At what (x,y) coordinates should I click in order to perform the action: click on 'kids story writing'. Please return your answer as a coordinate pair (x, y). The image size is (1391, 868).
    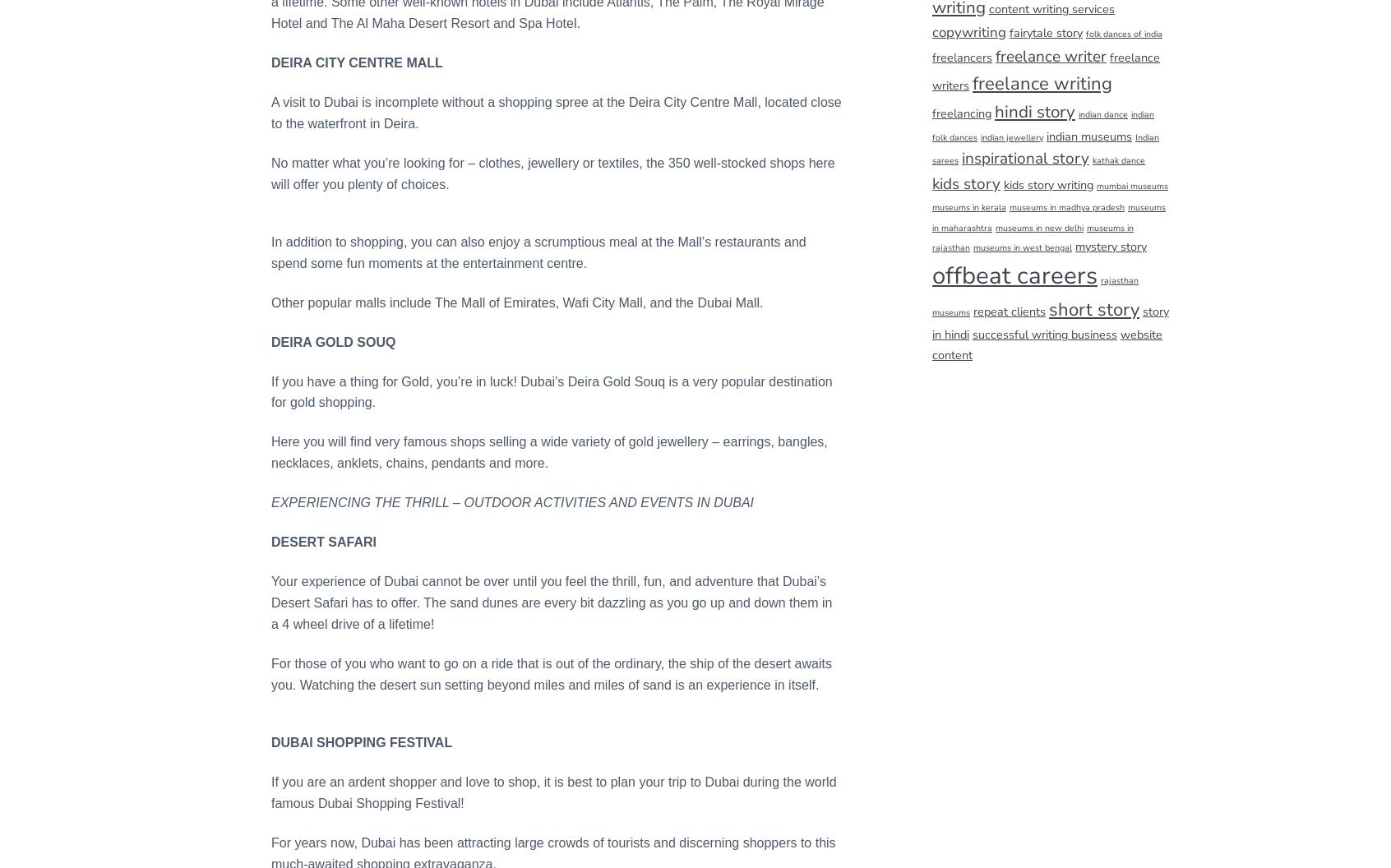
    Looking at the image, I should click on (1047, 182).